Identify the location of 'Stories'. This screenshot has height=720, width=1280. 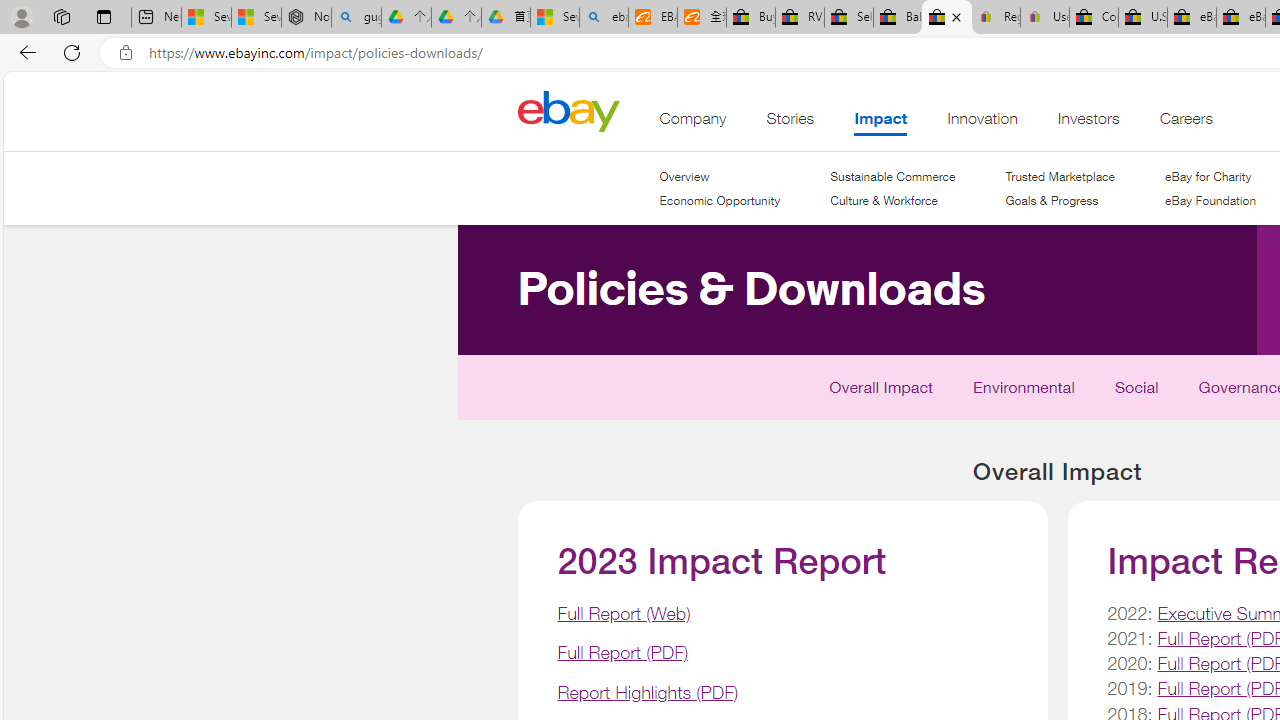
(789, 123).